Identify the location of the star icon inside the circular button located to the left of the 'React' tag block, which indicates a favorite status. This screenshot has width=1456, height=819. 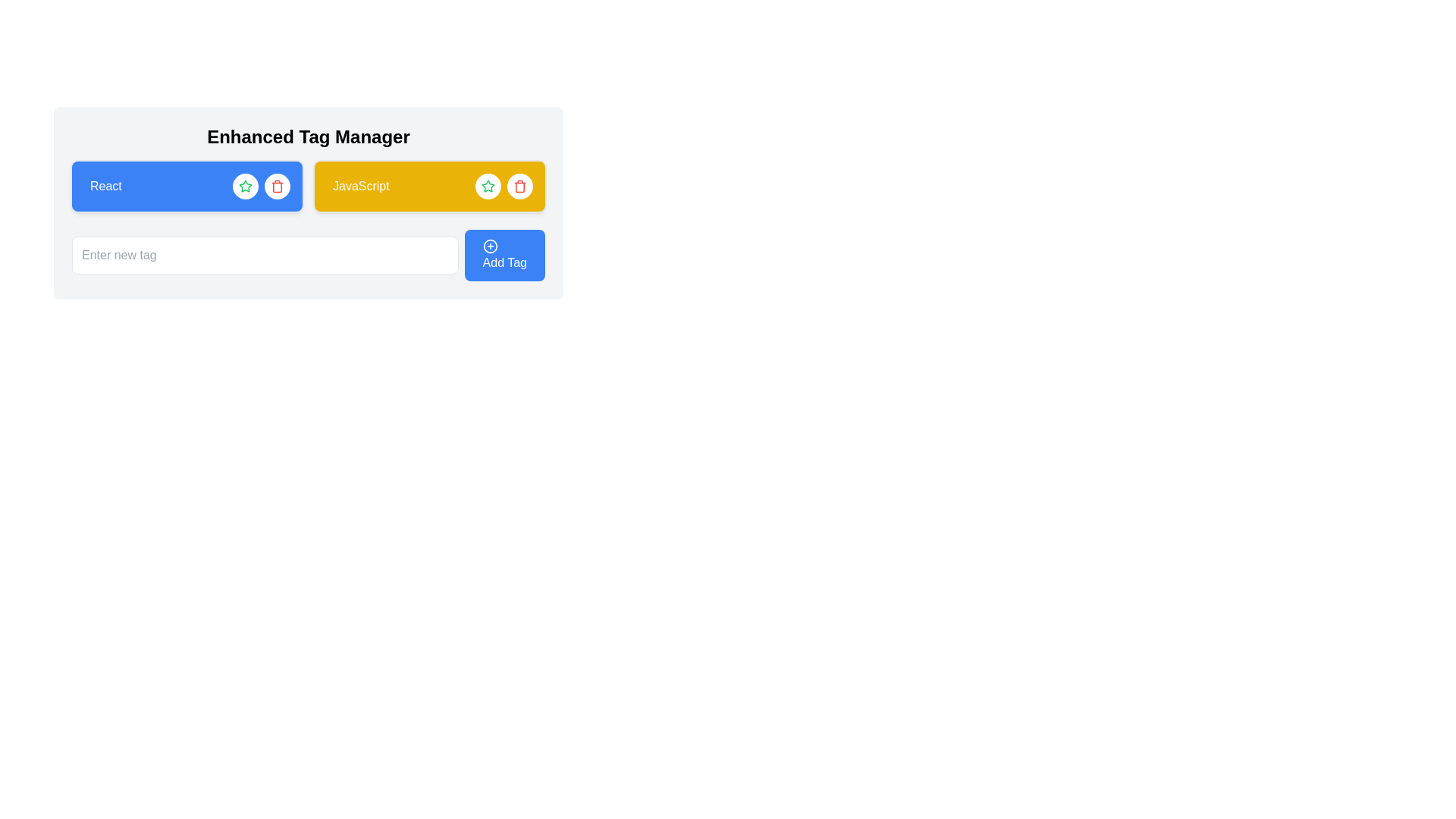
(488, 186).